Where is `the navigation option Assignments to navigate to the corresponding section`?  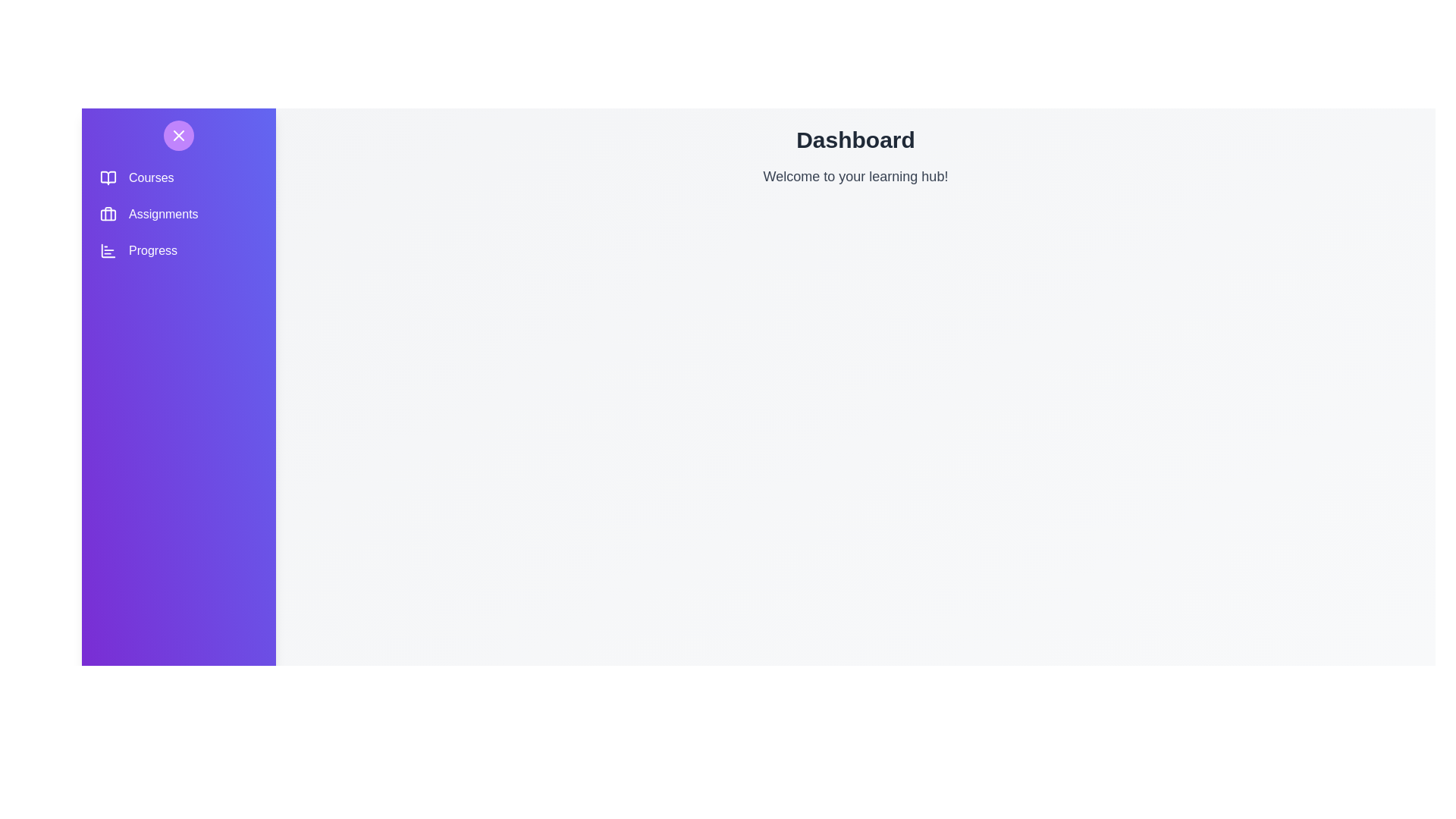
the navigation option Assignments to navigate to the corresponding section is located at coordinates (178, 214).